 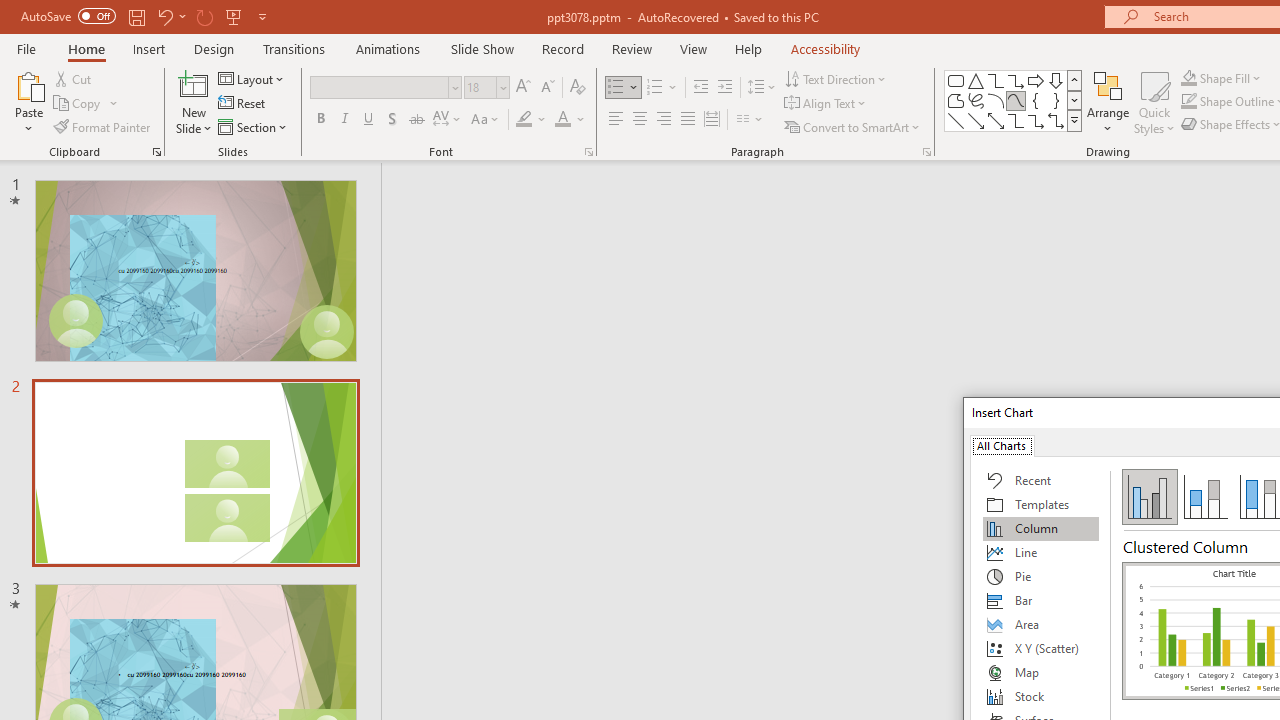 I want to click on 'Templates', so click(x=1040, y=504).